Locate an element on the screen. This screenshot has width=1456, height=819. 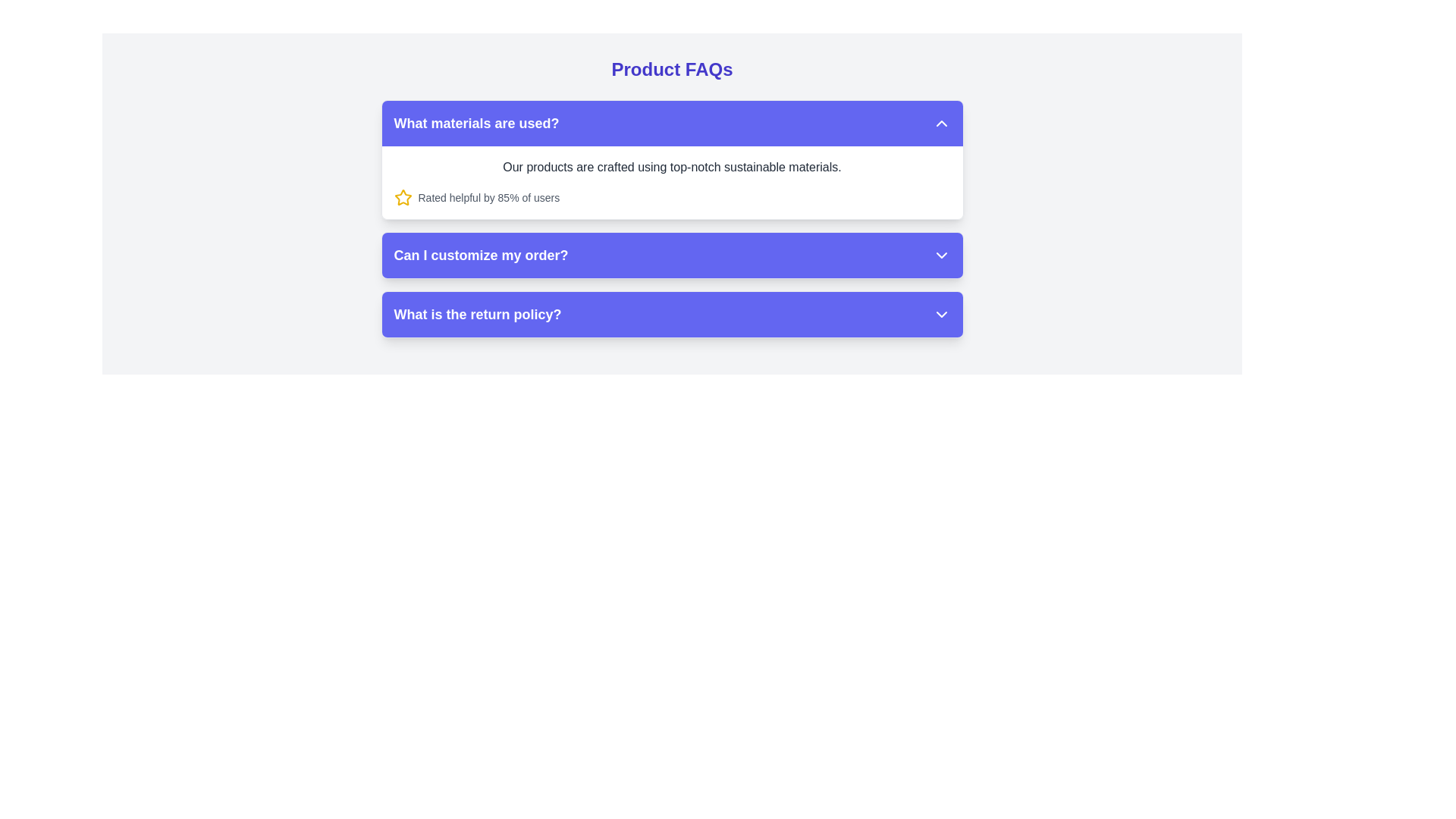
the downward-pointing chevron icon with a white stroke on a blue background, located at the far right of the 'What is the return policy?' row in the FAQ section is located at coordinates (940, 314).